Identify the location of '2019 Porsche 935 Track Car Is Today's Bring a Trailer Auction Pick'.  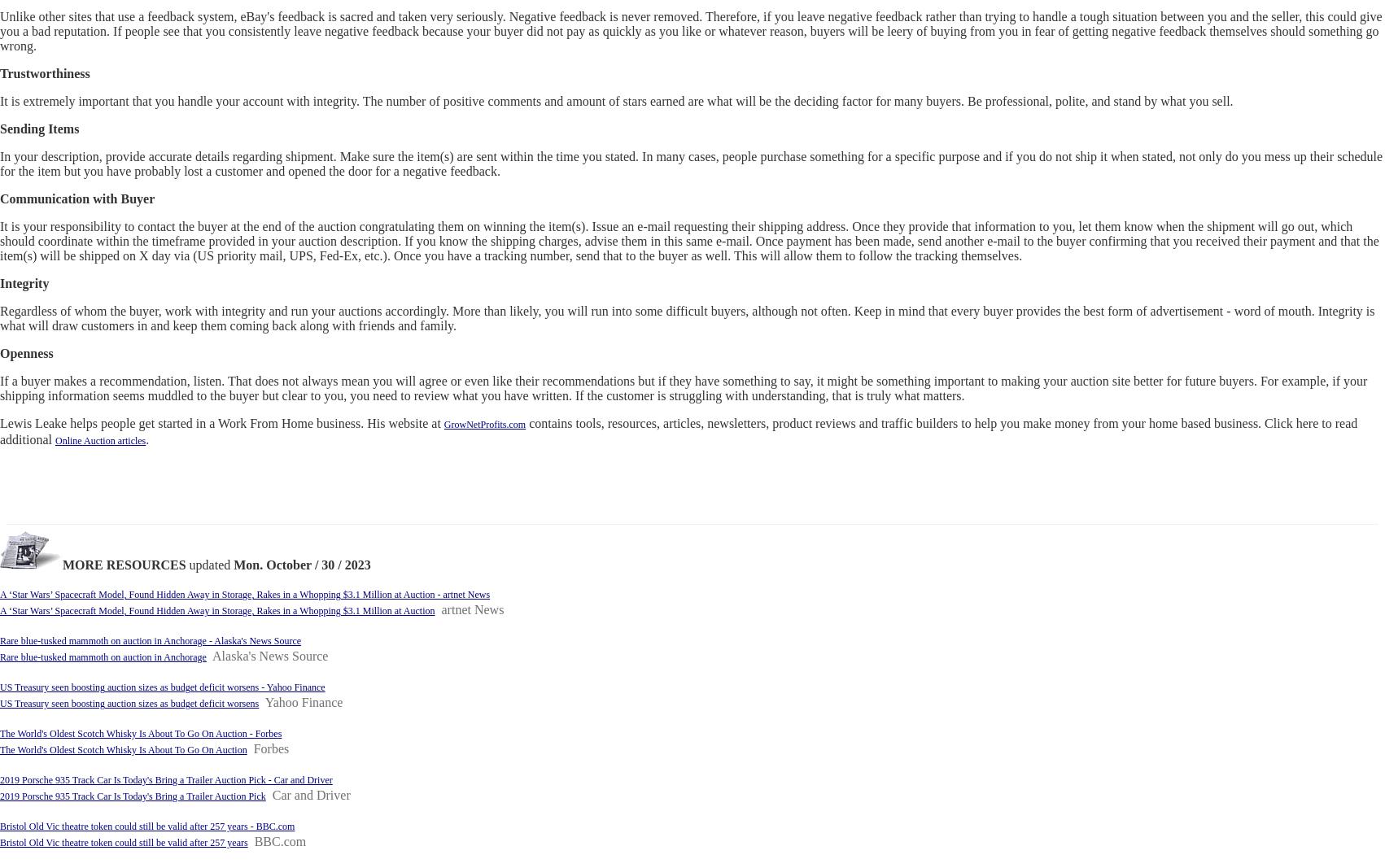
(0, 796).